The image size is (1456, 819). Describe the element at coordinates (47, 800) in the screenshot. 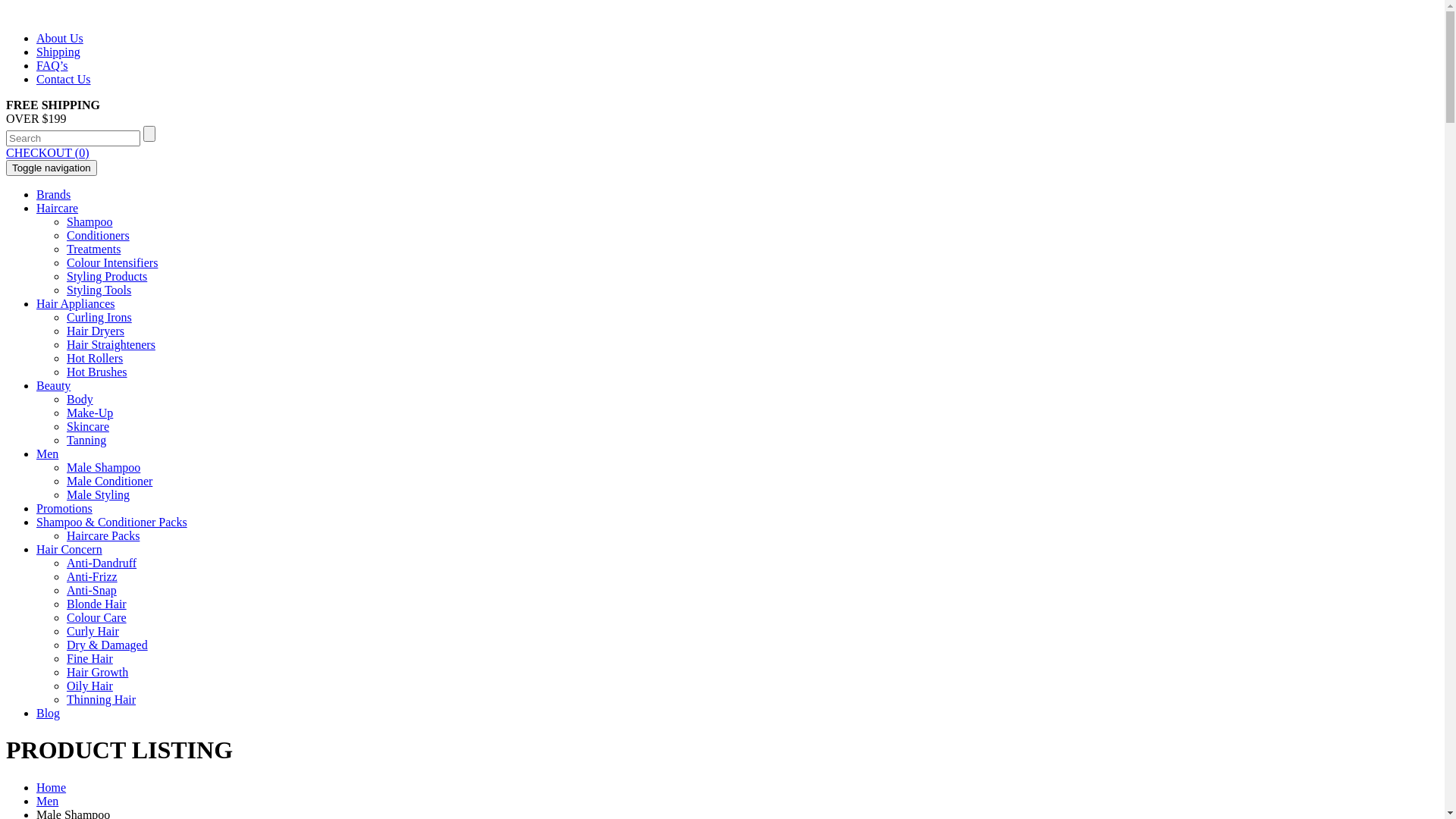

I see `'Men'` at that location.